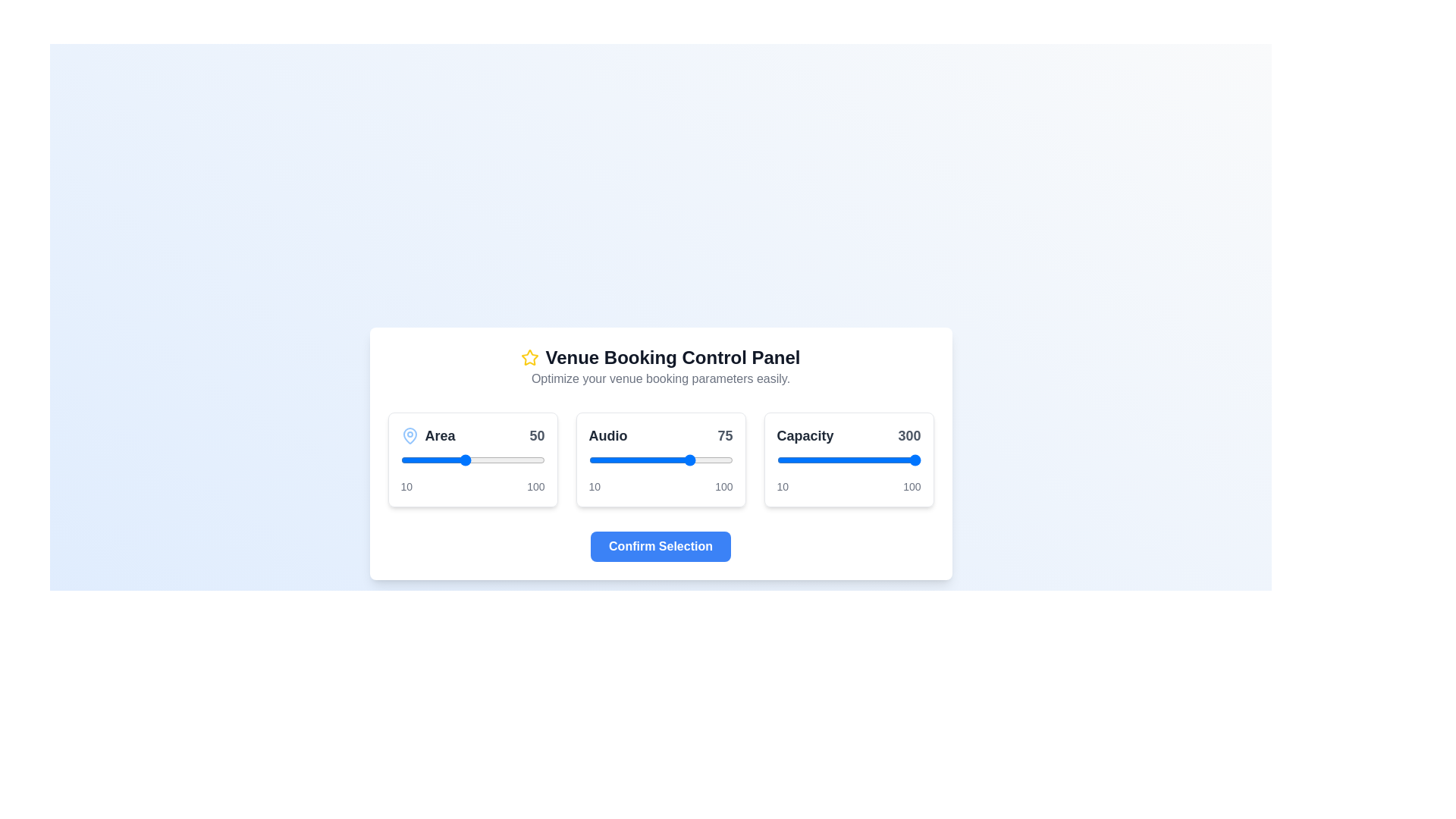 The width and height of the screenshot is (1456, 819). I want to click on the audio level, so click(588, 459).